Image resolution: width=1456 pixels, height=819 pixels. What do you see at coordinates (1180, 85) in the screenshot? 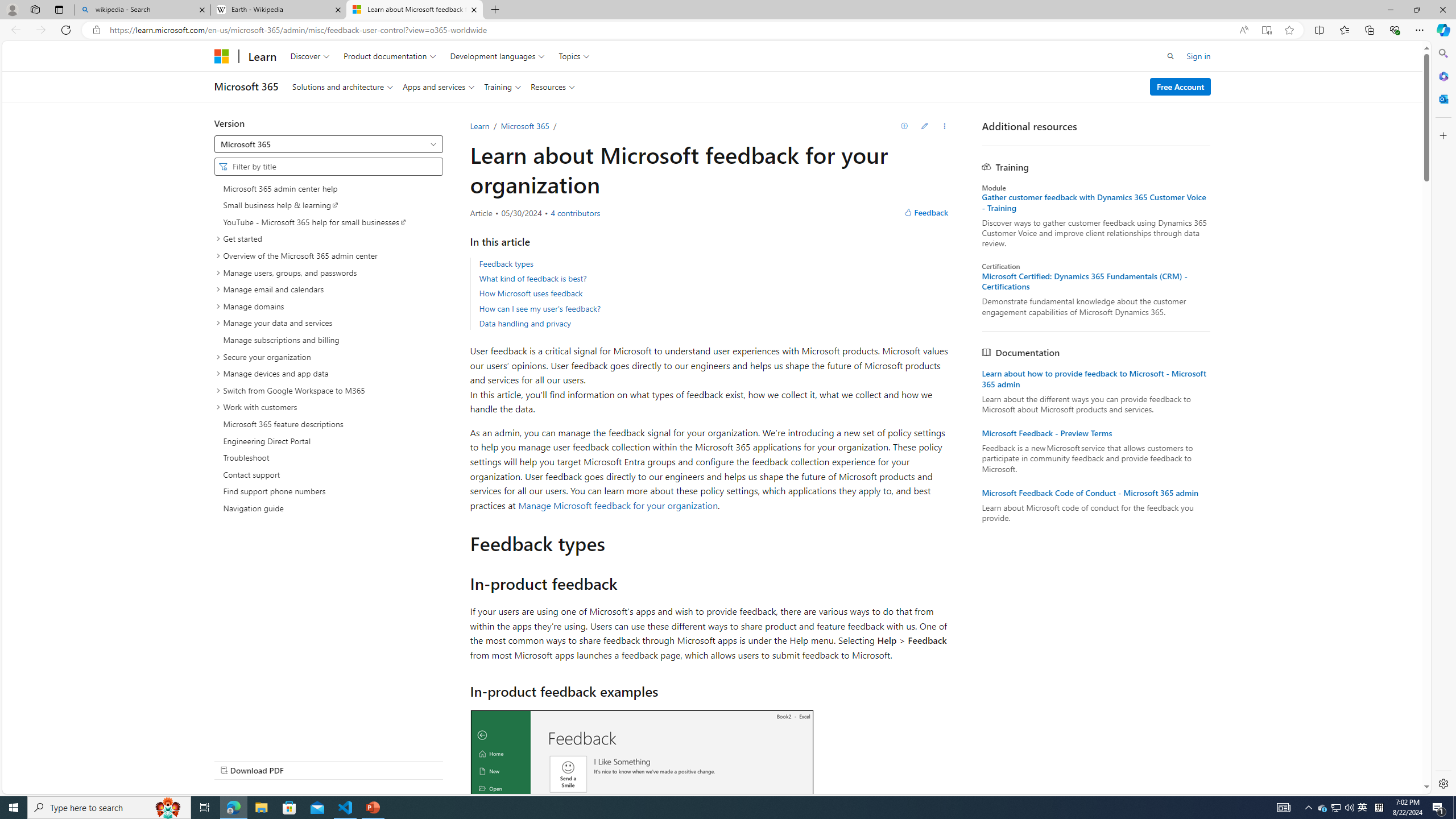
I see `'Free Account'` at bounding box center [1180, 85].